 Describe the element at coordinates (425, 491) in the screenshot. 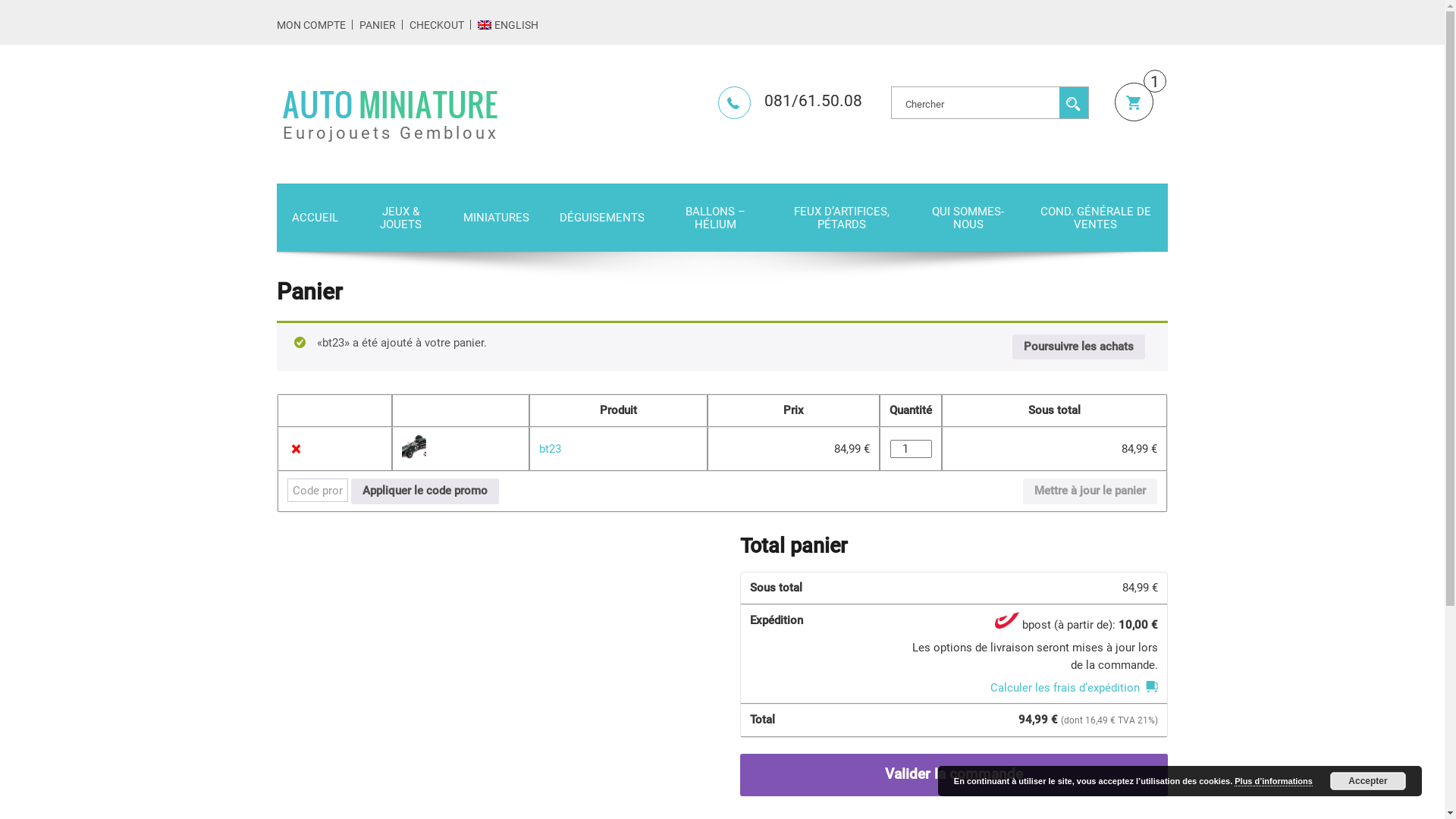

I see `'Appliquer le code promo'` at that location.